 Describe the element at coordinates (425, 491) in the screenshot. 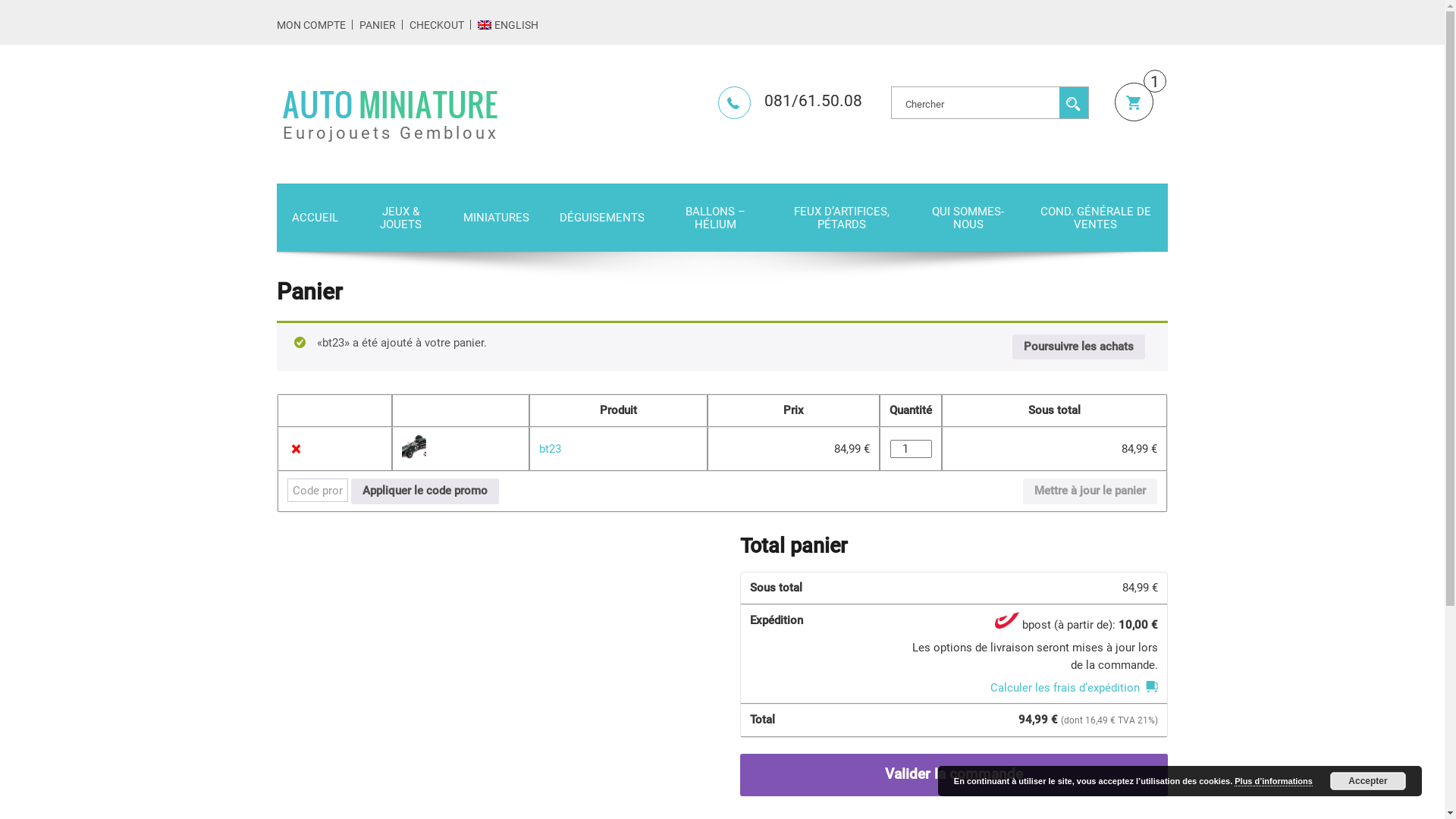

I see `'Appliquer le code promo'` at that location.